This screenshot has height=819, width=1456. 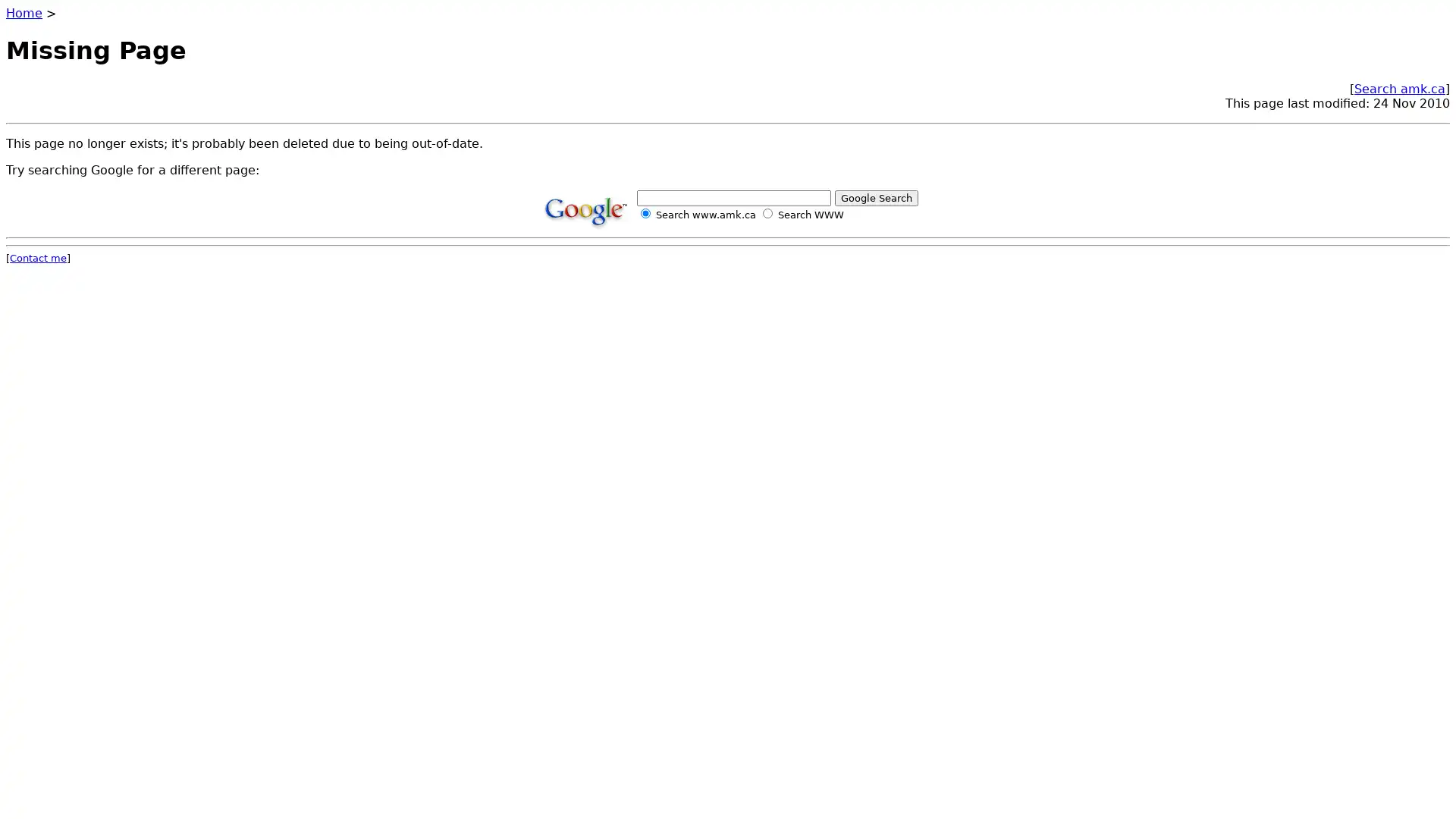 I want to click on Google Search, so click(x=876, y=196).